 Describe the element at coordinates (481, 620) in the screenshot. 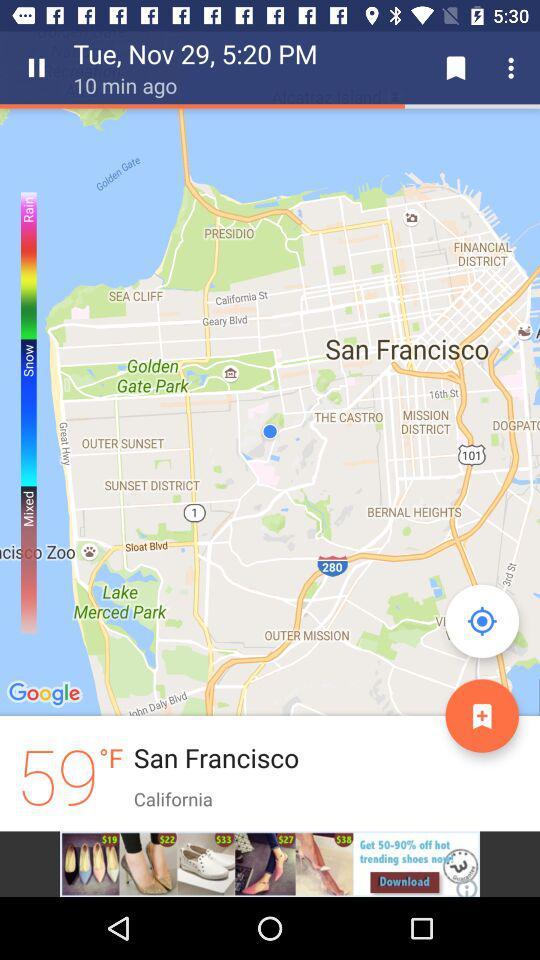

I see `location option` at that location.